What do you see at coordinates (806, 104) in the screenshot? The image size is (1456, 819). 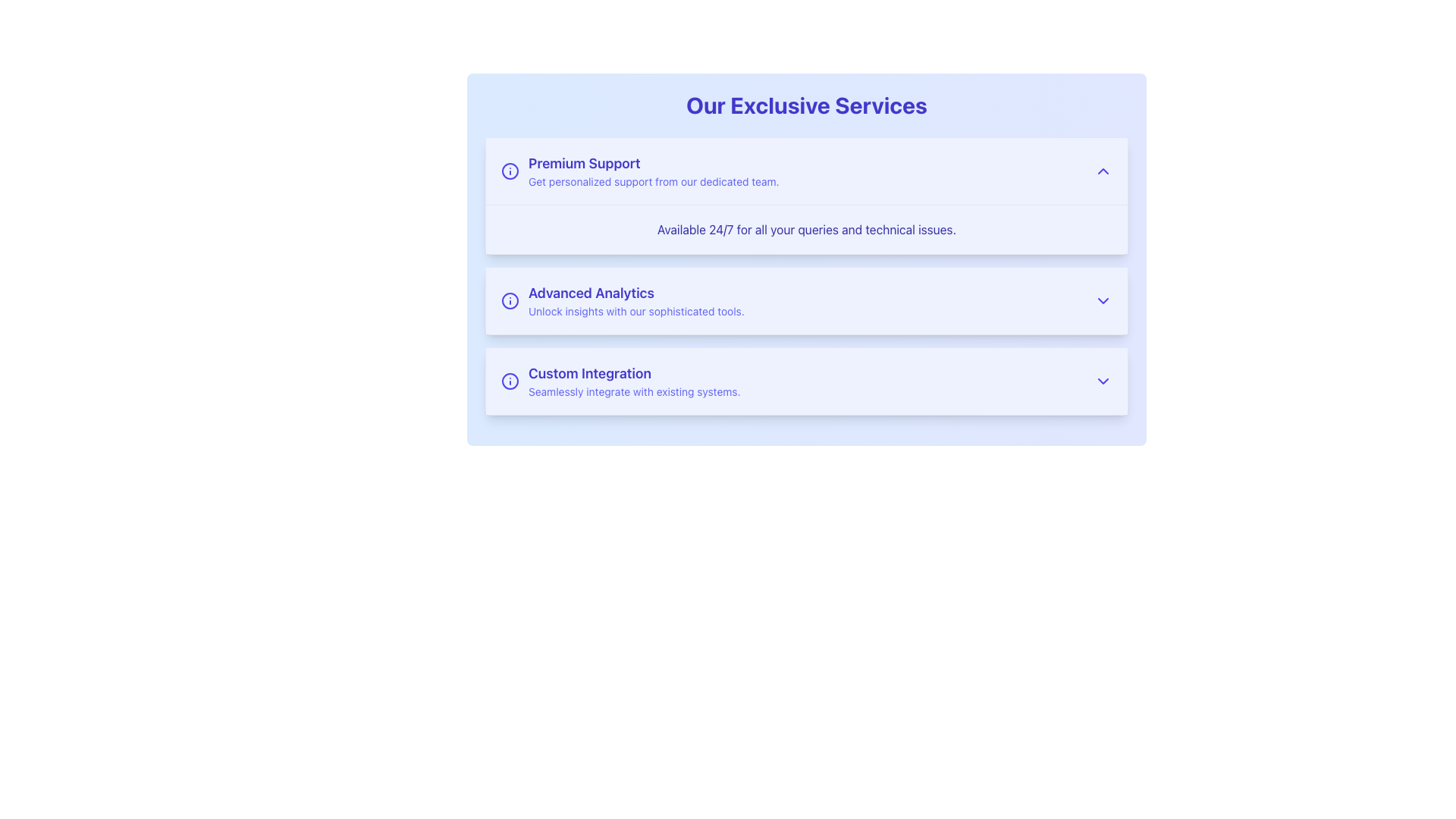 I see `displayed text from the Text Label that serves as a section header, indicating the content theme of the section below it` at bounding box center [806, 104].